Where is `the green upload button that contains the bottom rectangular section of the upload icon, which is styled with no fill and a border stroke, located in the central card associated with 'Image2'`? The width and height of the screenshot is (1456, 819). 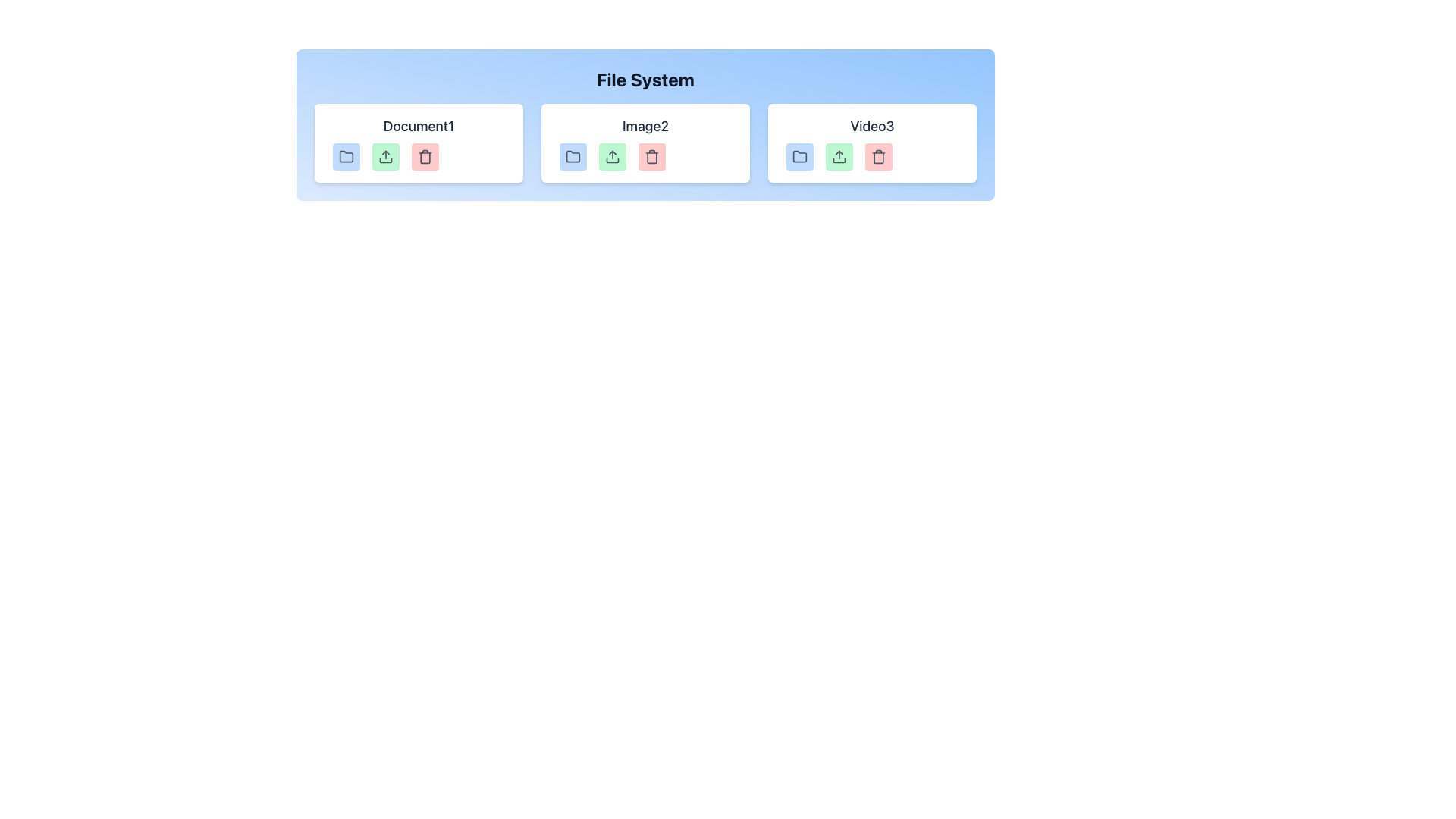
the green upload button that contains the bottom rectangular section of the upload icon, which is styled with no fill and a border stroke, located in the central card associated with 'Image2' is located at coordinates (612, 161).